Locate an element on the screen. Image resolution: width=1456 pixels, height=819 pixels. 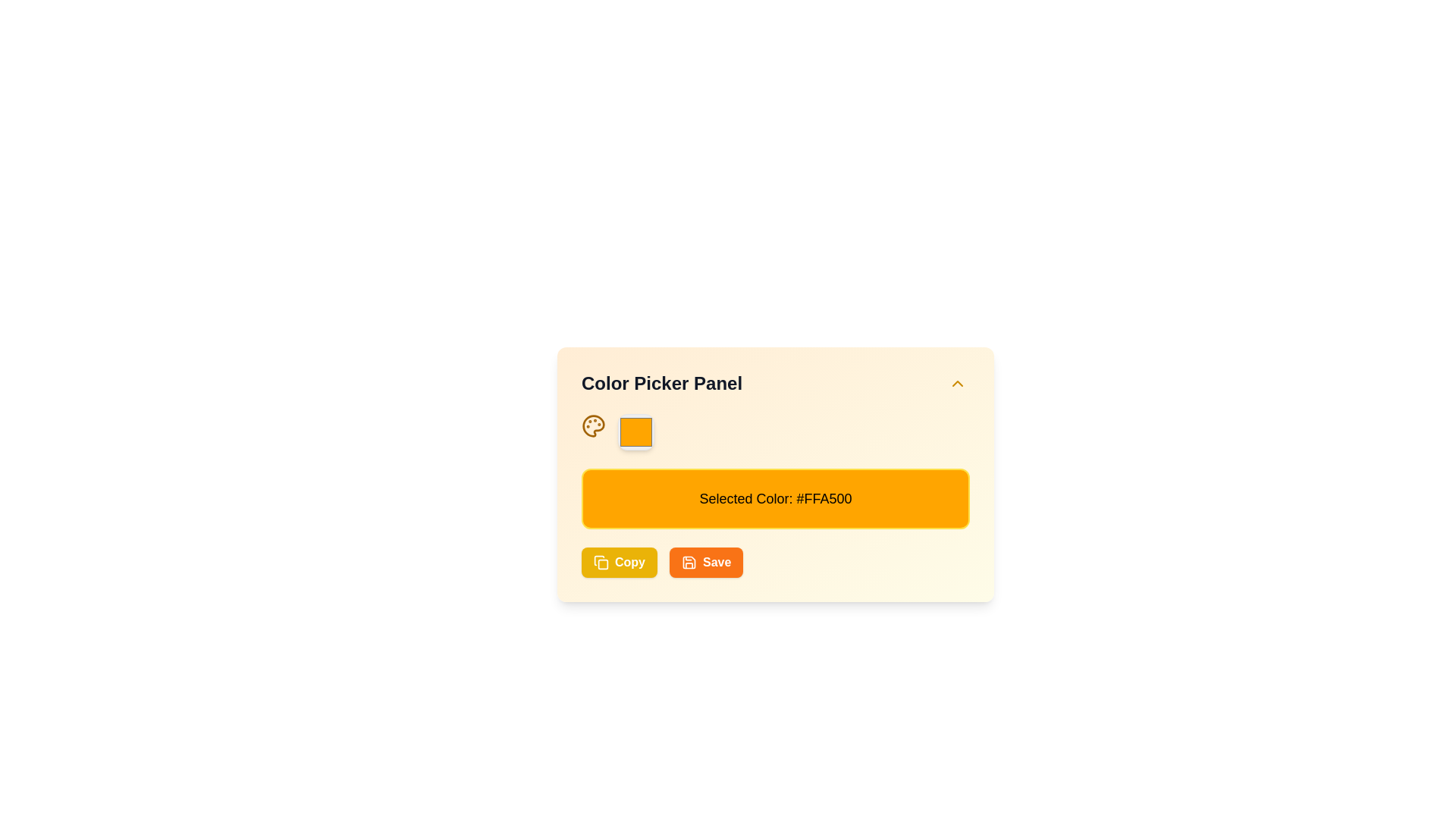
the 'Save' button located in the lower-right corner of the color selection panel is located at coordinates (716, 562).